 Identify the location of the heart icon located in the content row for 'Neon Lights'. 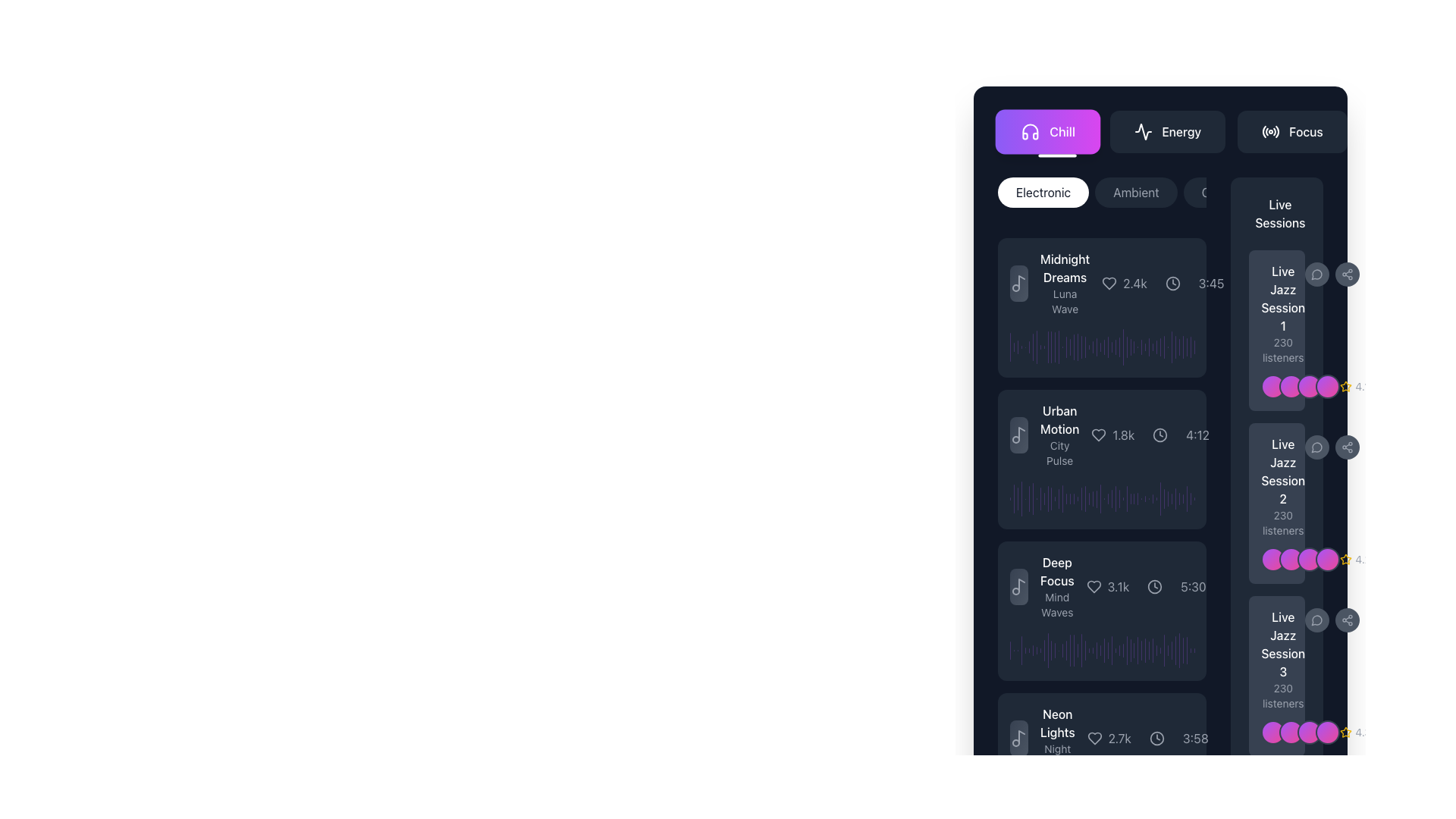
(1094, 738).